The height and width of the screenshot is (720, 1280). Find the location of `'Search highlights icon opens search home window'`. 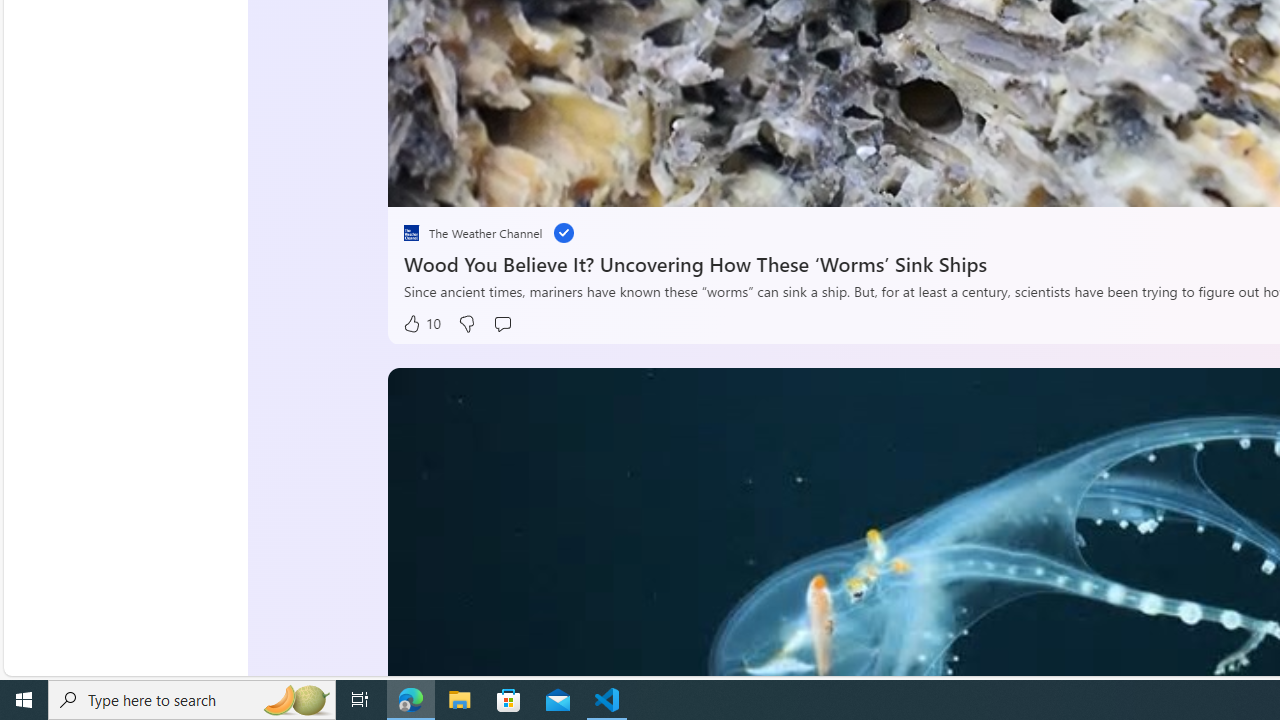

'Search highlights icon opens search home window' is located at coordinates (294, 698).